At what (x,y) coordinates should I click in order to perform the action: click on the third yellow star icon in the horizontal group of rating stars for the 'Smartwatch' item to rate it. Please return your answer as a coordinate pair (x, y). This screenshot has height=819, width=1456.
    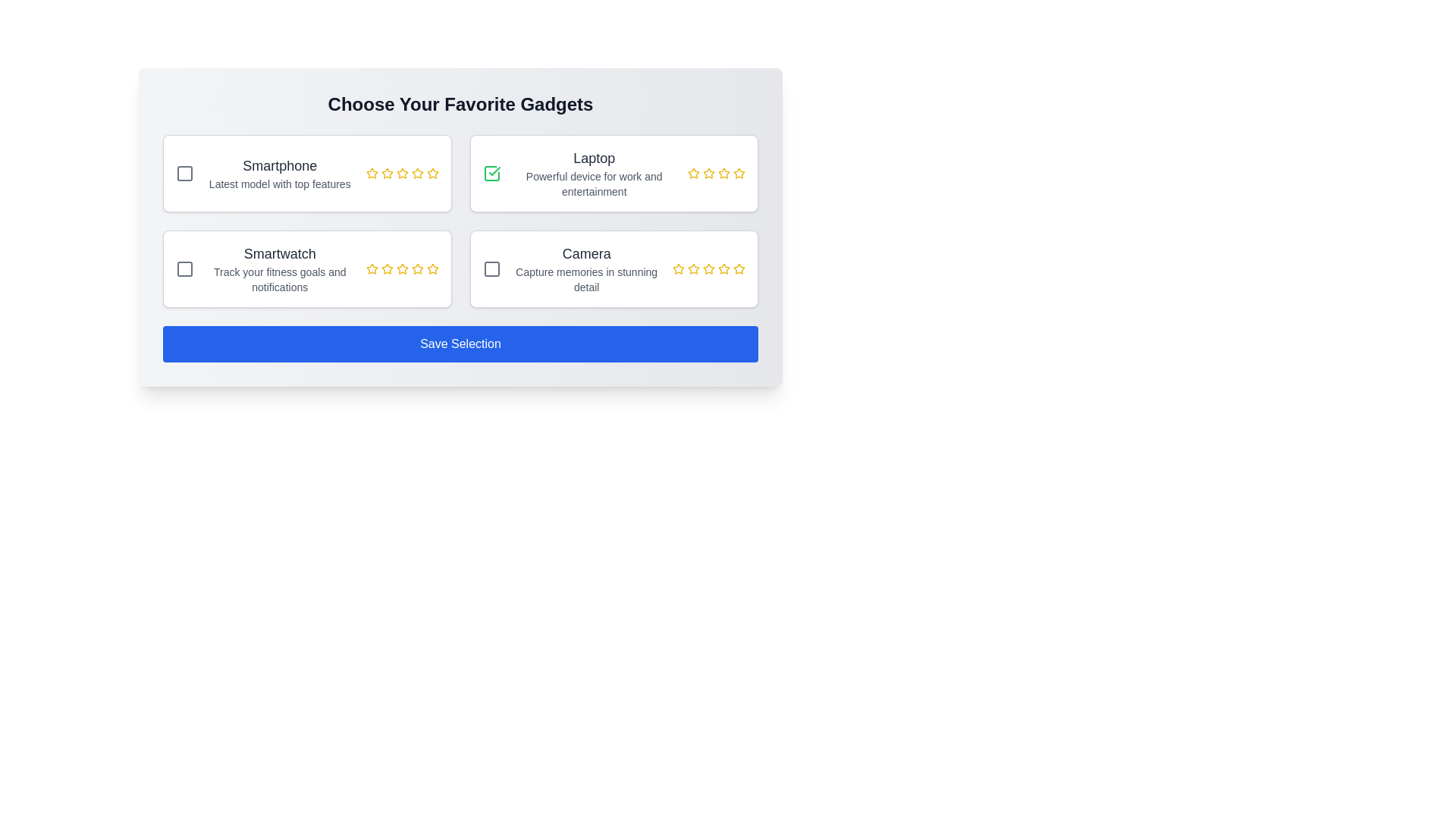
    Looking at the image, I should click on (402, 268).